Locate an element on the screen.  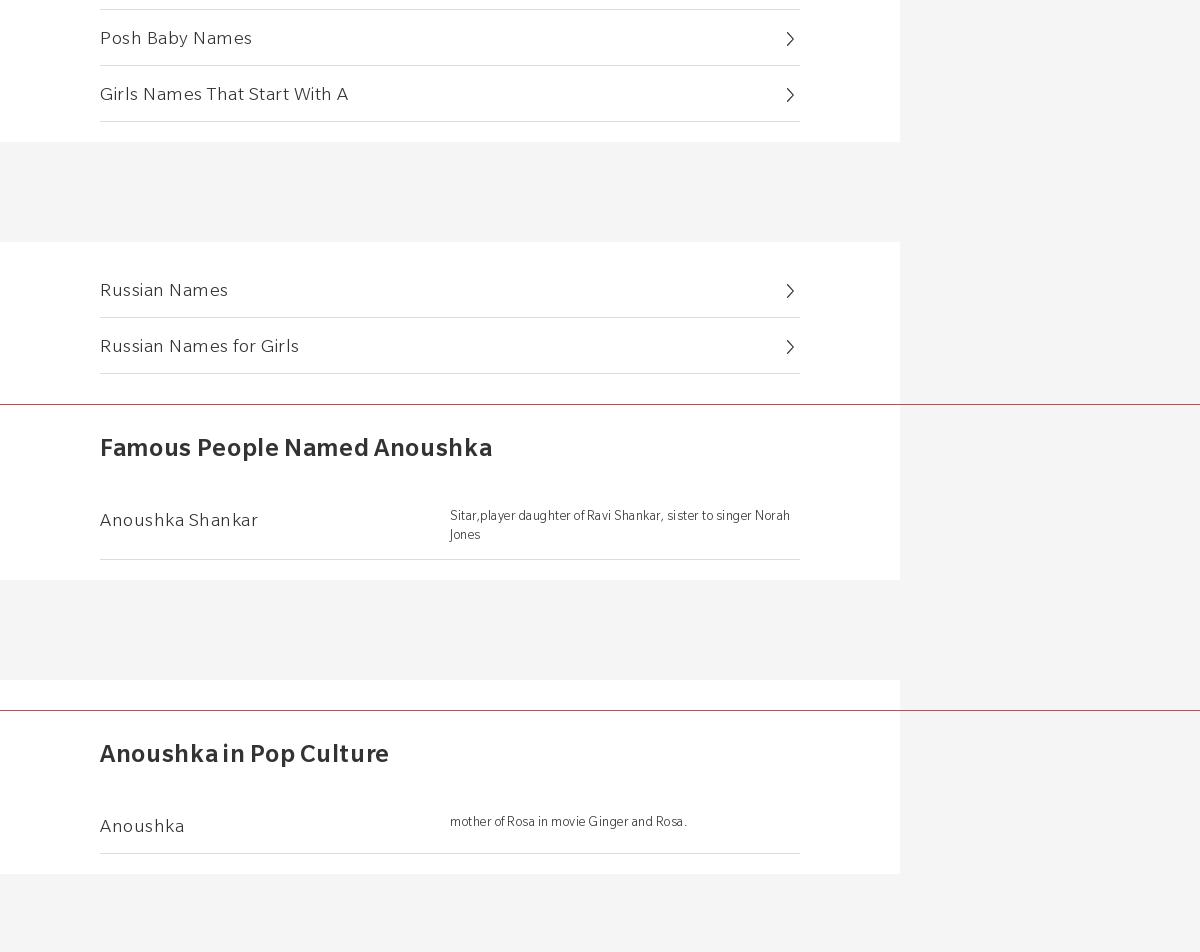
'Girls Names That Start With A' is located at coordinates (223, 92).